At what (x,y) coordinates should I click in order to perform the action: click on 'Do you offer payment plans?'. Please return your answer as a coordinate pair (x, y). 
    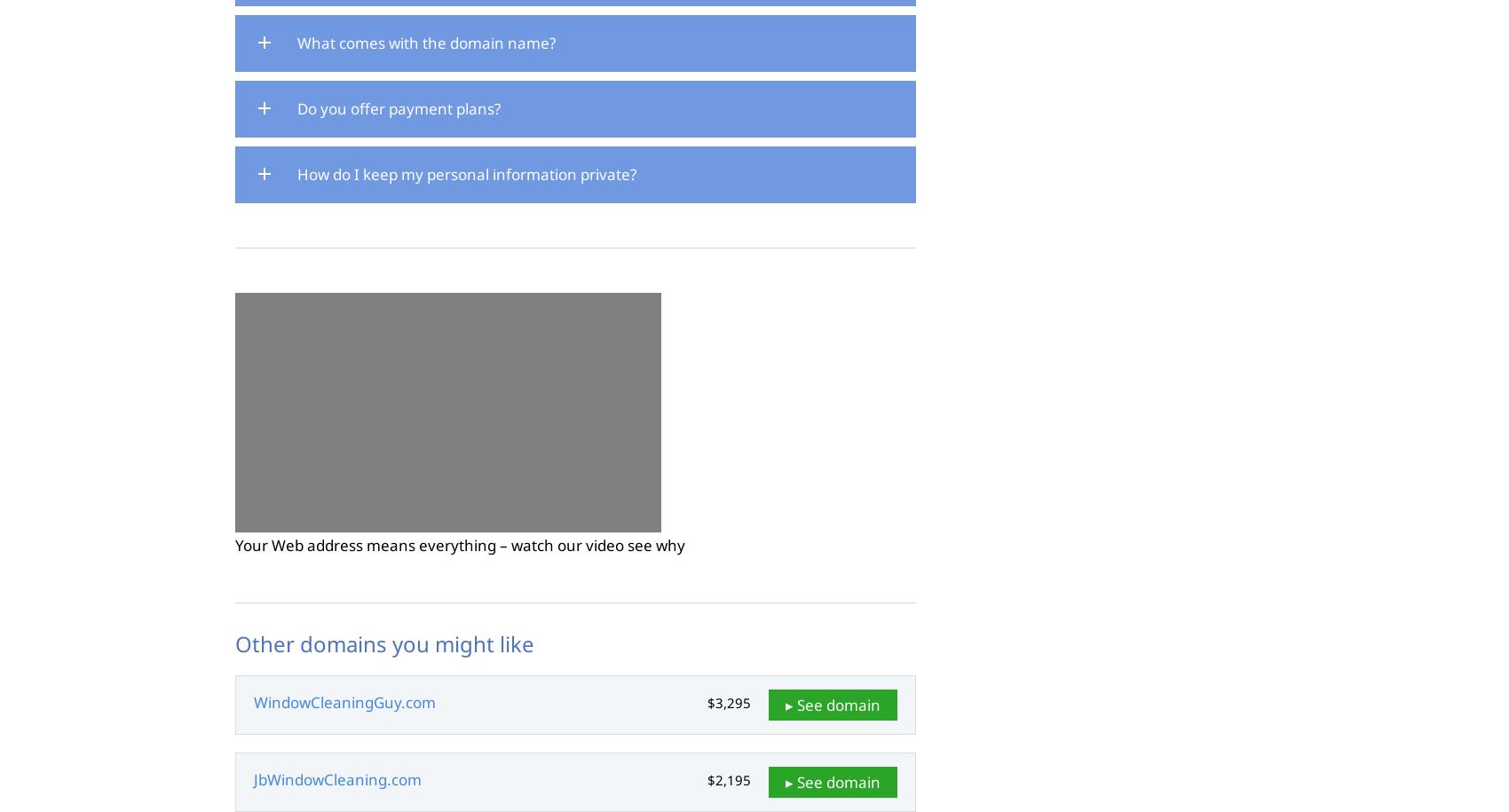
    Looking at the image, I should click on (399, 108).